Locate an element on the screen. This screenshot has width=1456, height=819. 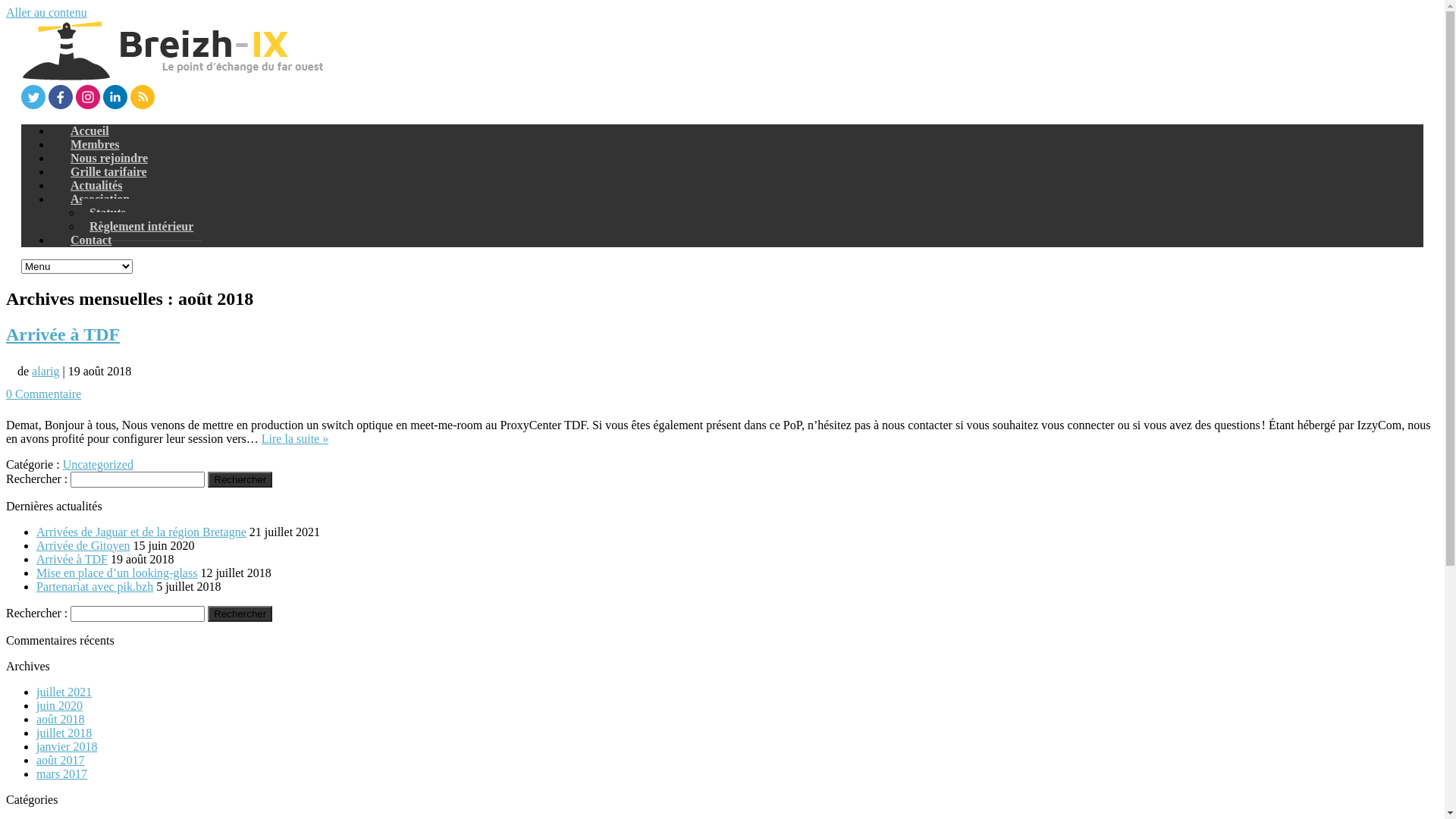
'Uncategorized' is located at coordinates (97, 463).